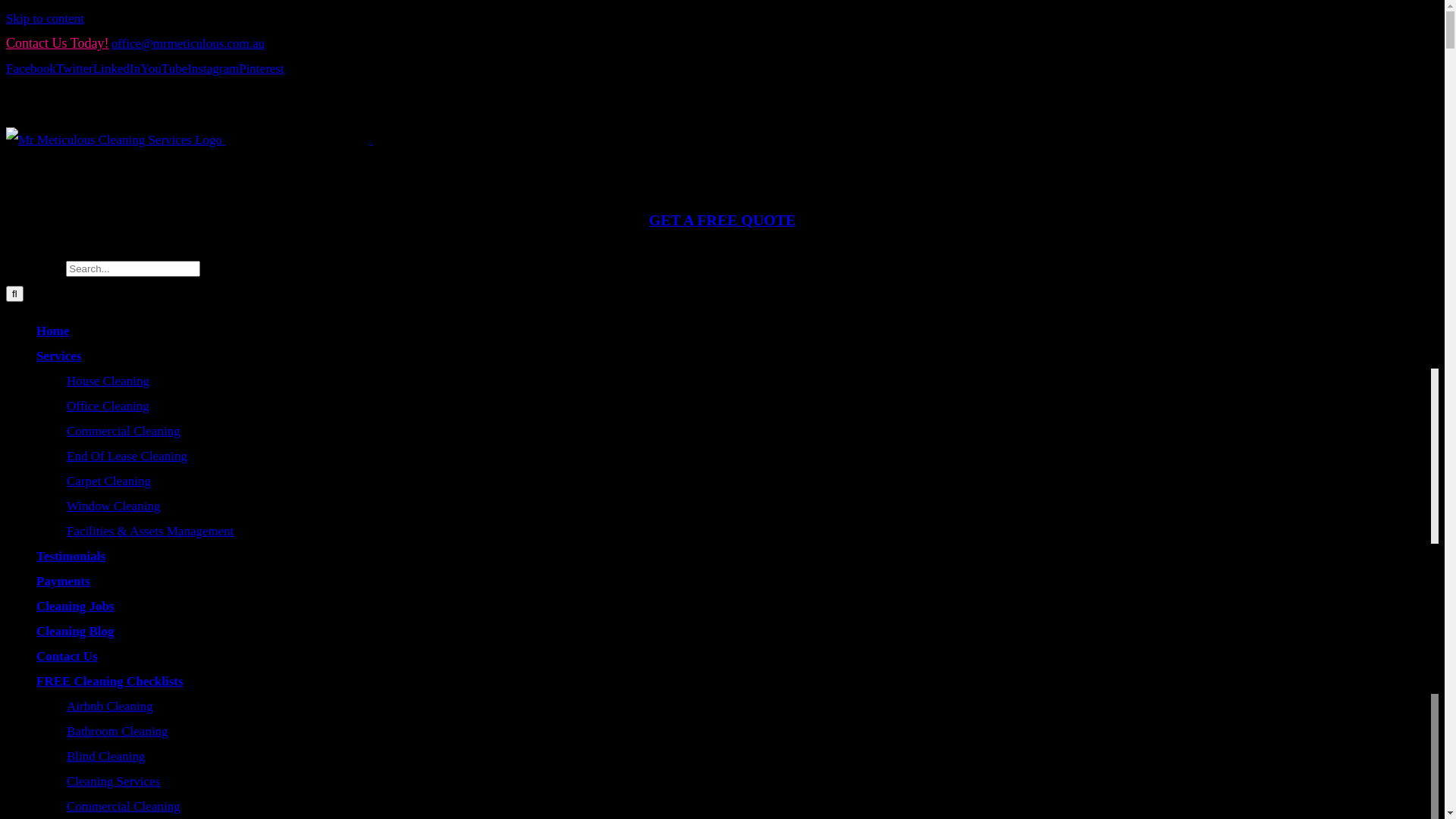  What do you see at coordinates (115, 68) in the screenshot?
I see `'LinkedIn'` at bounding box center [115, 68].